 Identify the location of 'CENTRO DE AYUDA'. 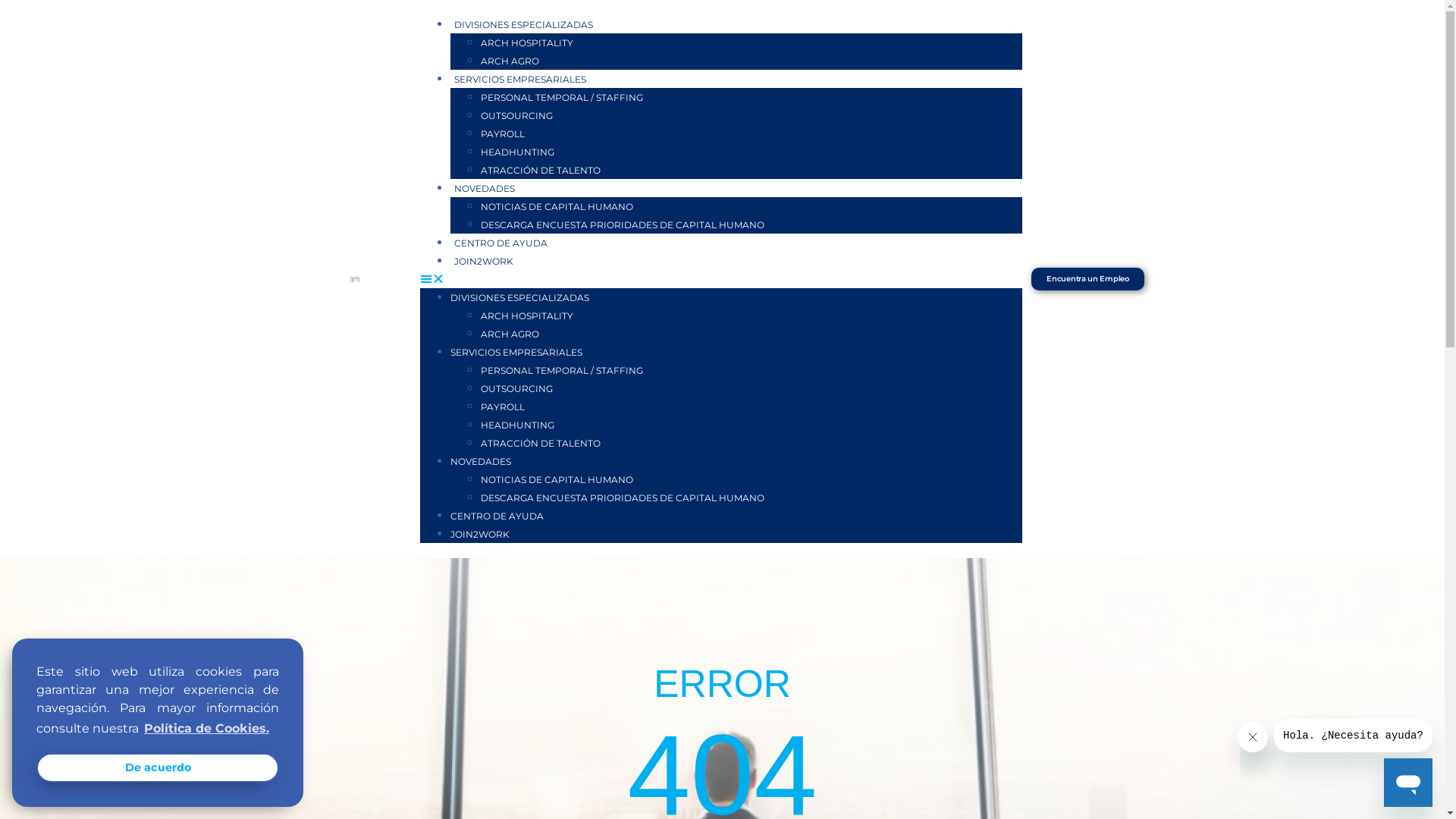
(450, 515).